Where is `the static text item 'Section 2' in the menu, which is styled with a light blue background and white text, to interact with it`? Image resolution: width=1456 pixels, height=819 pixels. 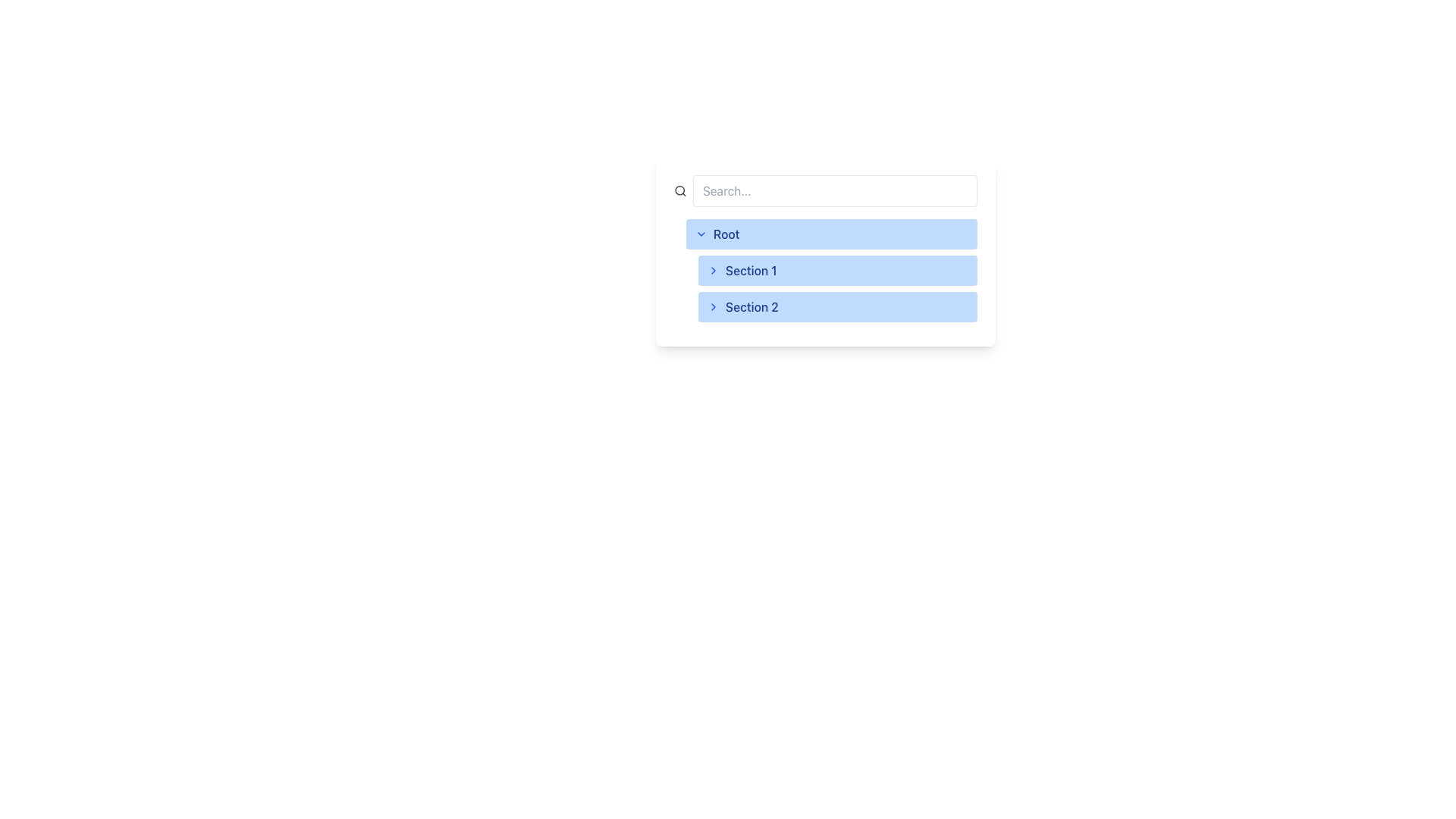 the static text item 'Section 2' in the menu, which is styled with a light blue background and white text, to interact with it is located at coordinates (836, 289).